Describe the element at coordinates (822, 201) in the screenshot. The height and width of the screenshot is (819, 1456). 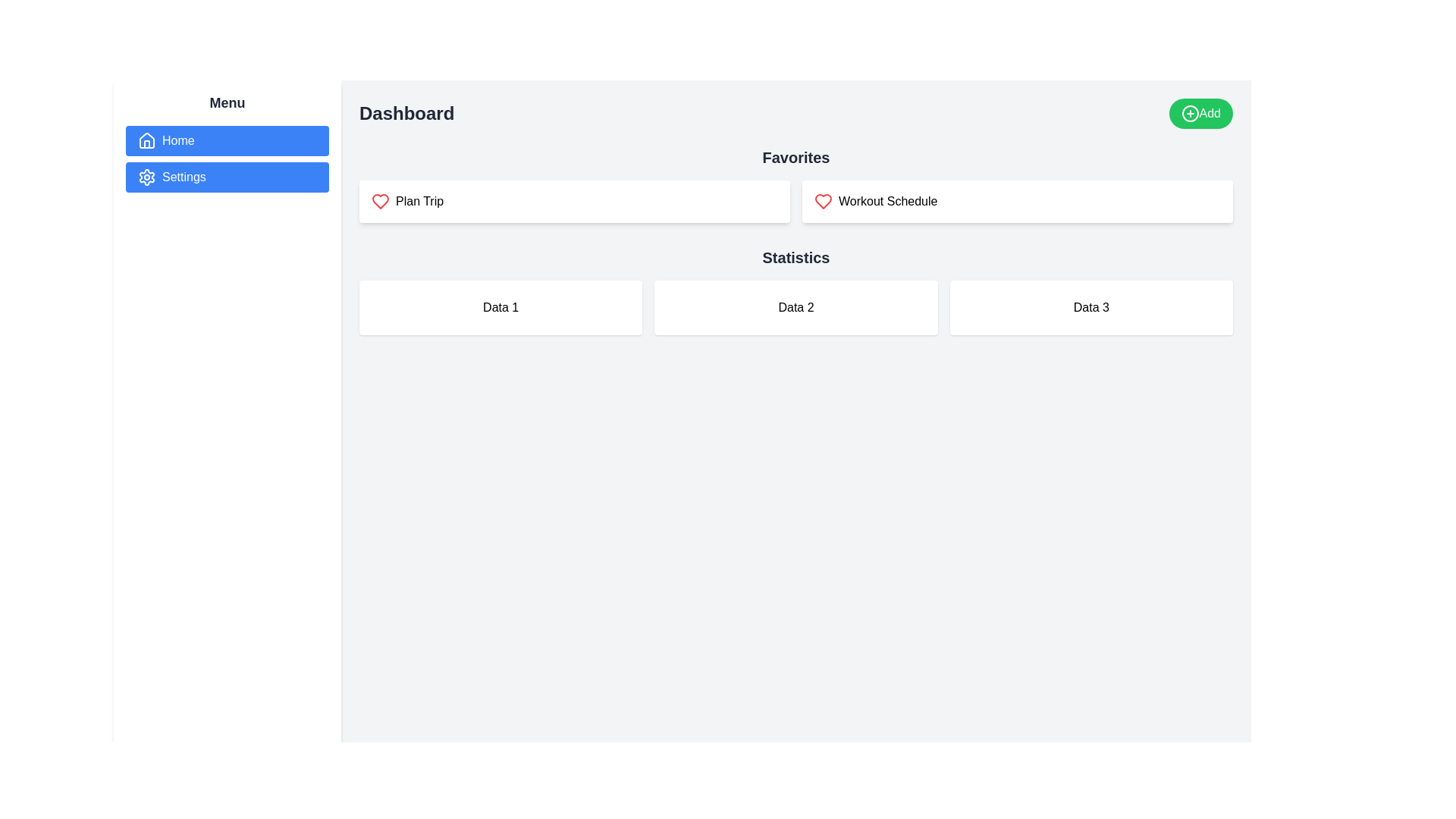
I see `the heart-shaped icon, which is red and indicates a 'favorite' or 'like' functionality, located next to the 'Workout Schedule' label in the 'Favorites' section of the dashboard interface` at that location.